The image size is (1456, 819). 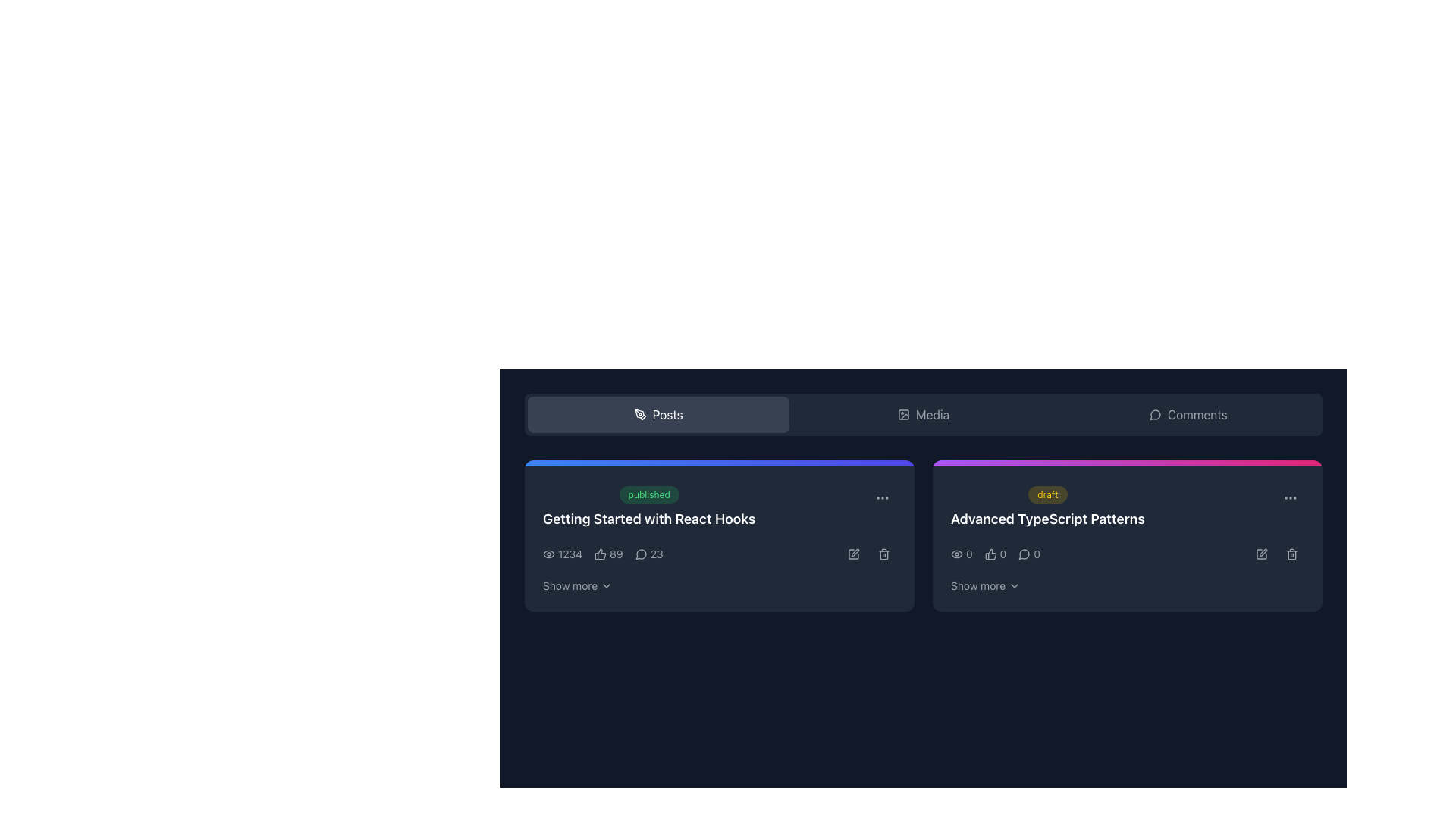 I want to click on the 'Comments' button, which features a speech bubble icon and a gray font color, located at the far right of the dark-themed navigation bar, so click(x=1188, y=415).